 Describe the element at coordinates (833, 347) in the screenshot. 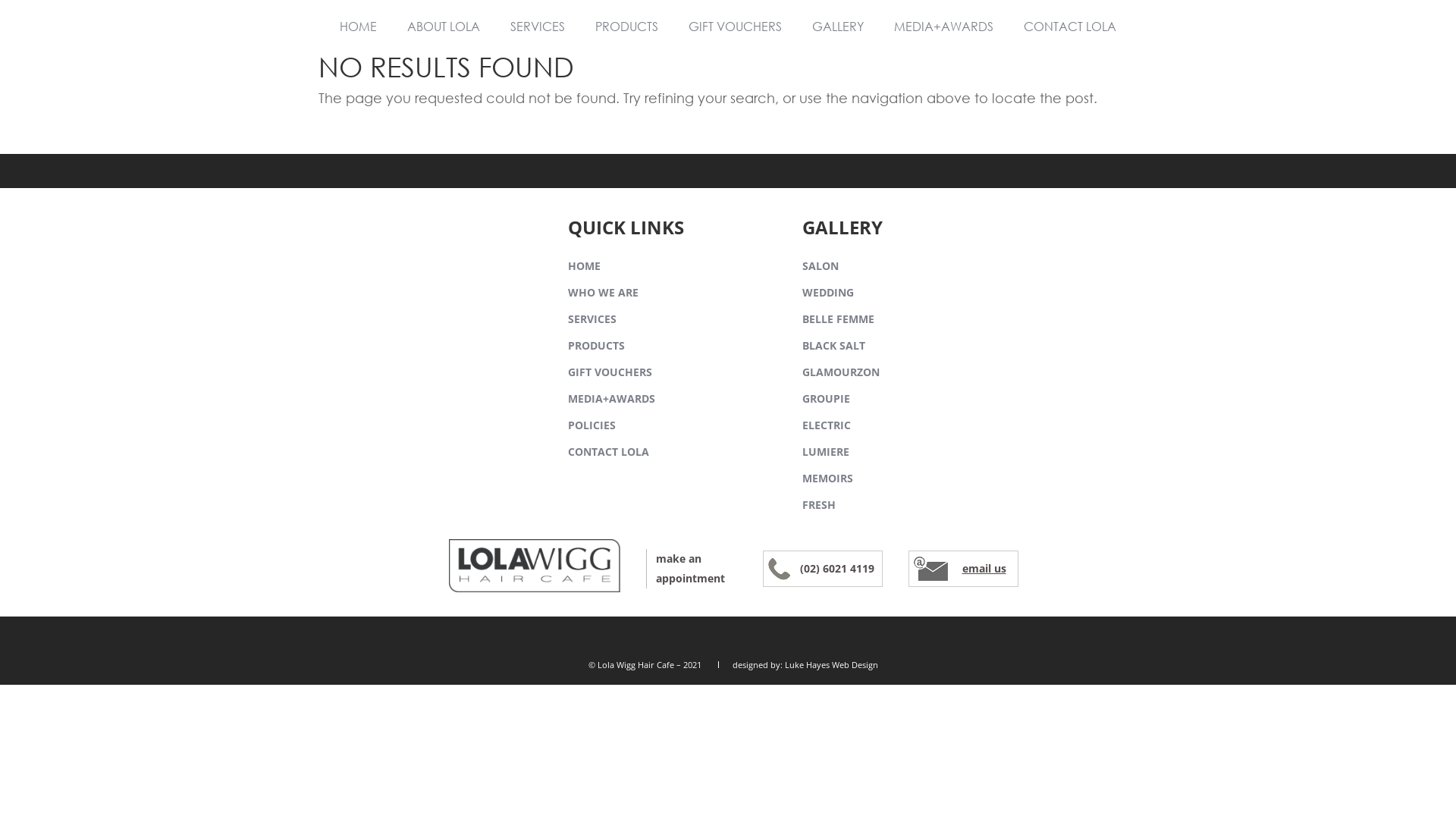

I see `'BLACK SALT'` at that location.